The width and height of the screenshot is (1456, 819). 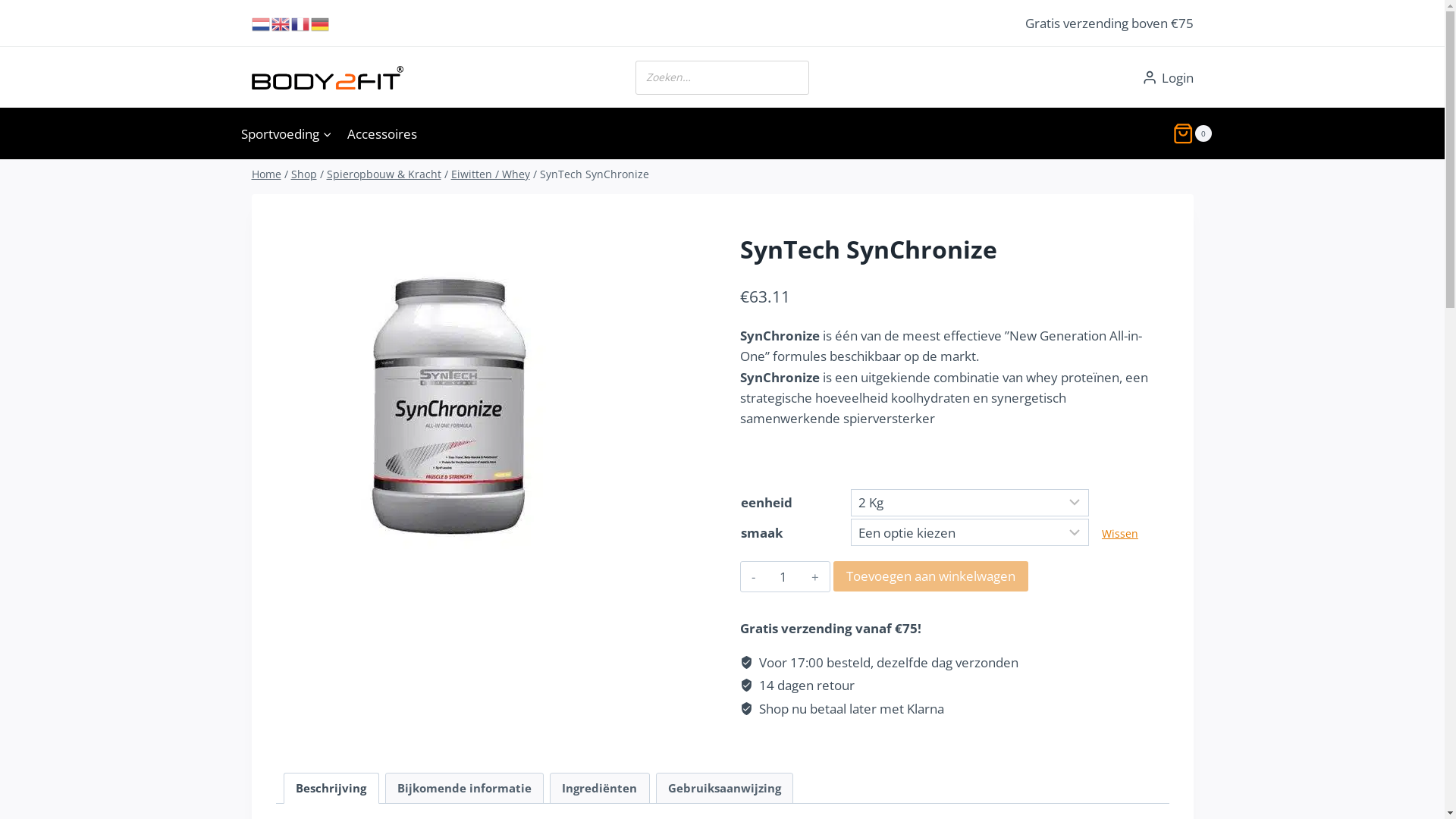 What do you see at coordinates (287, 133) in the screenshot?
I see `'Sportvoeding'` at bounding box center [287, 133].